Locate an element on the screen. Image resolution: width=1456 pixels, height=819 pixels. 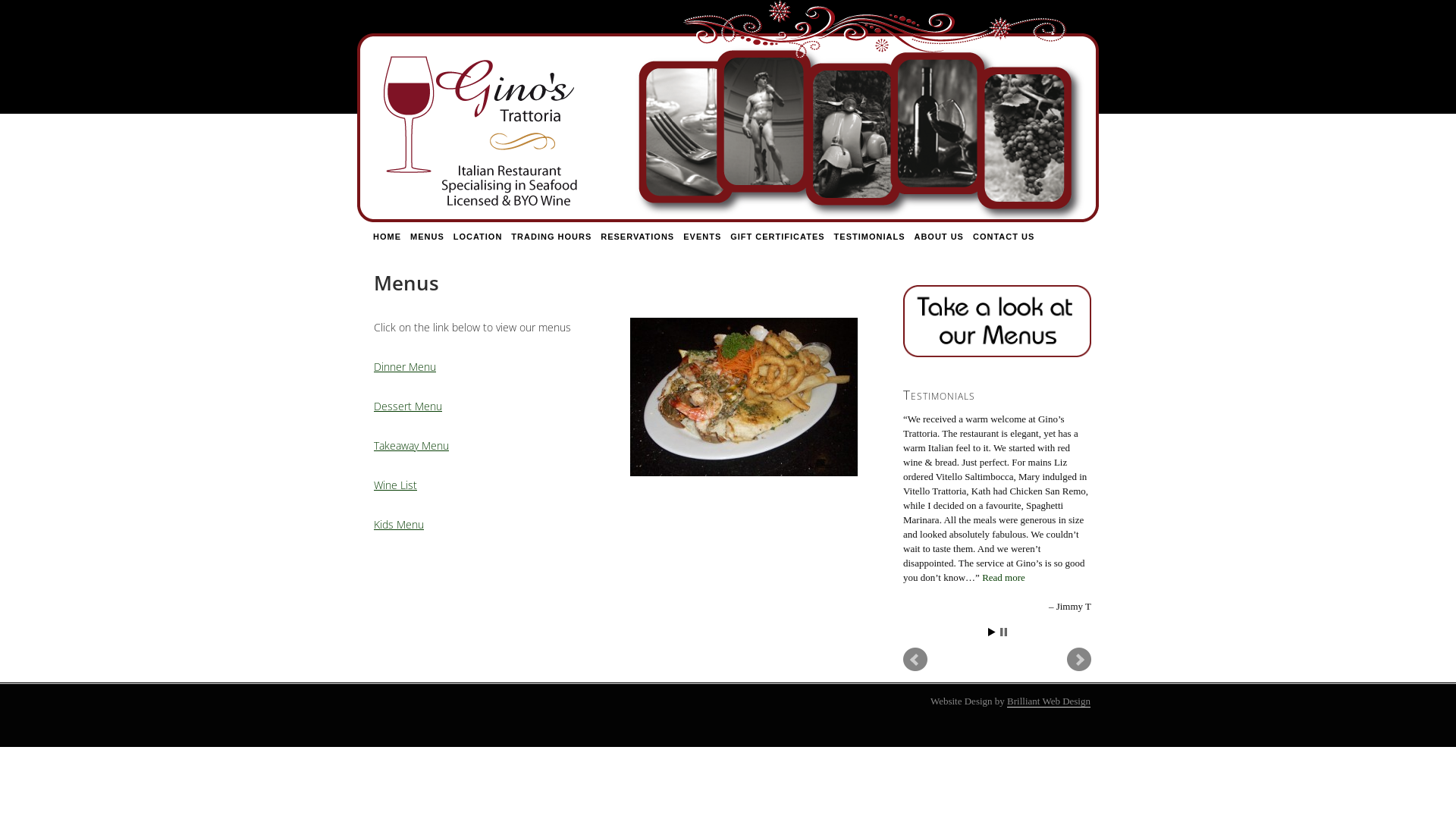
'TRADING HOURS' is located at coordinates (506, 237).